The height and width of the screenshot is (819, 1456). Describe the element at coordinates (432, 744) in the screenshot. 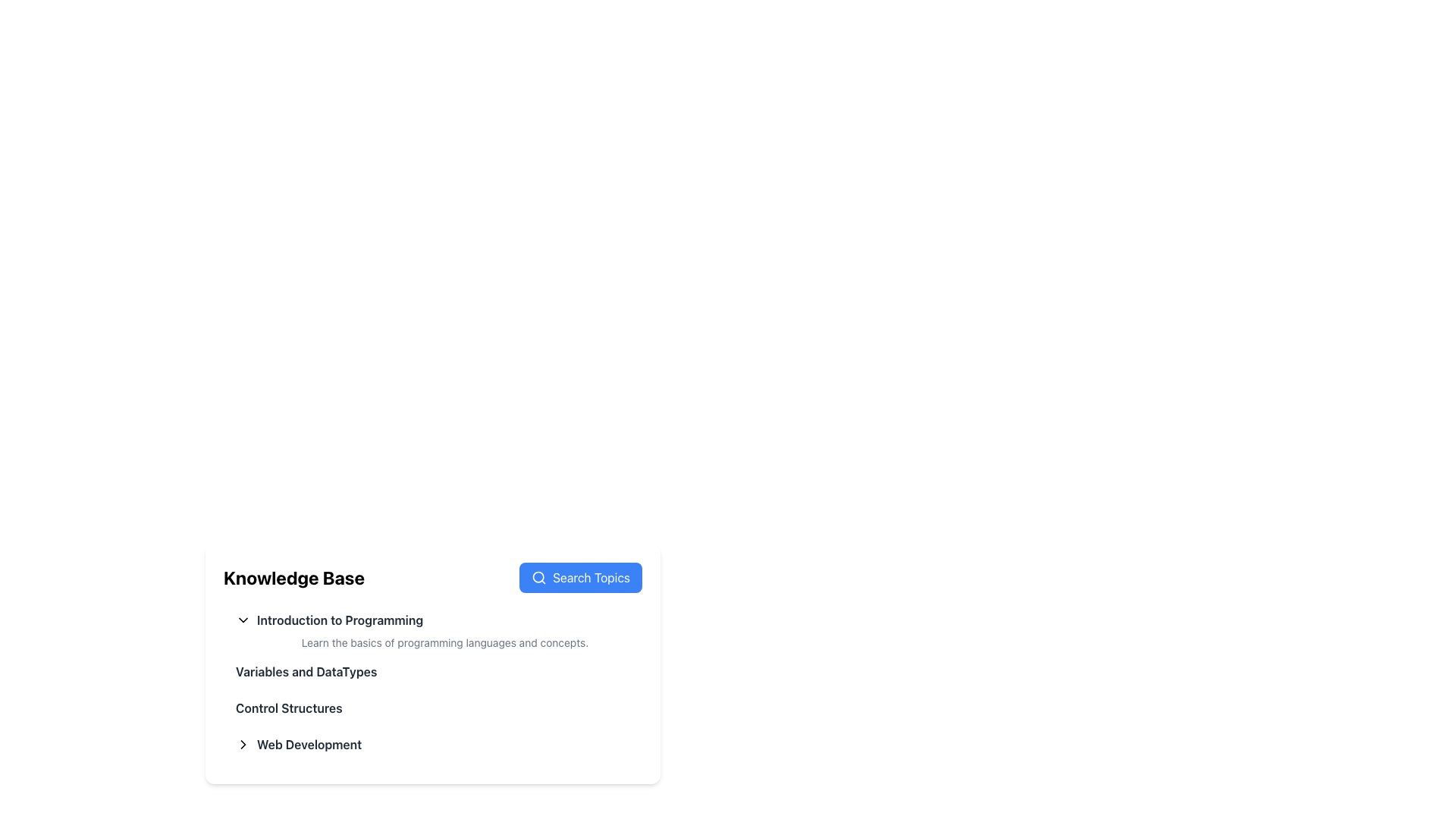

I see `the last item in the vertical list under the 'Knowledge Base' section` at that location.